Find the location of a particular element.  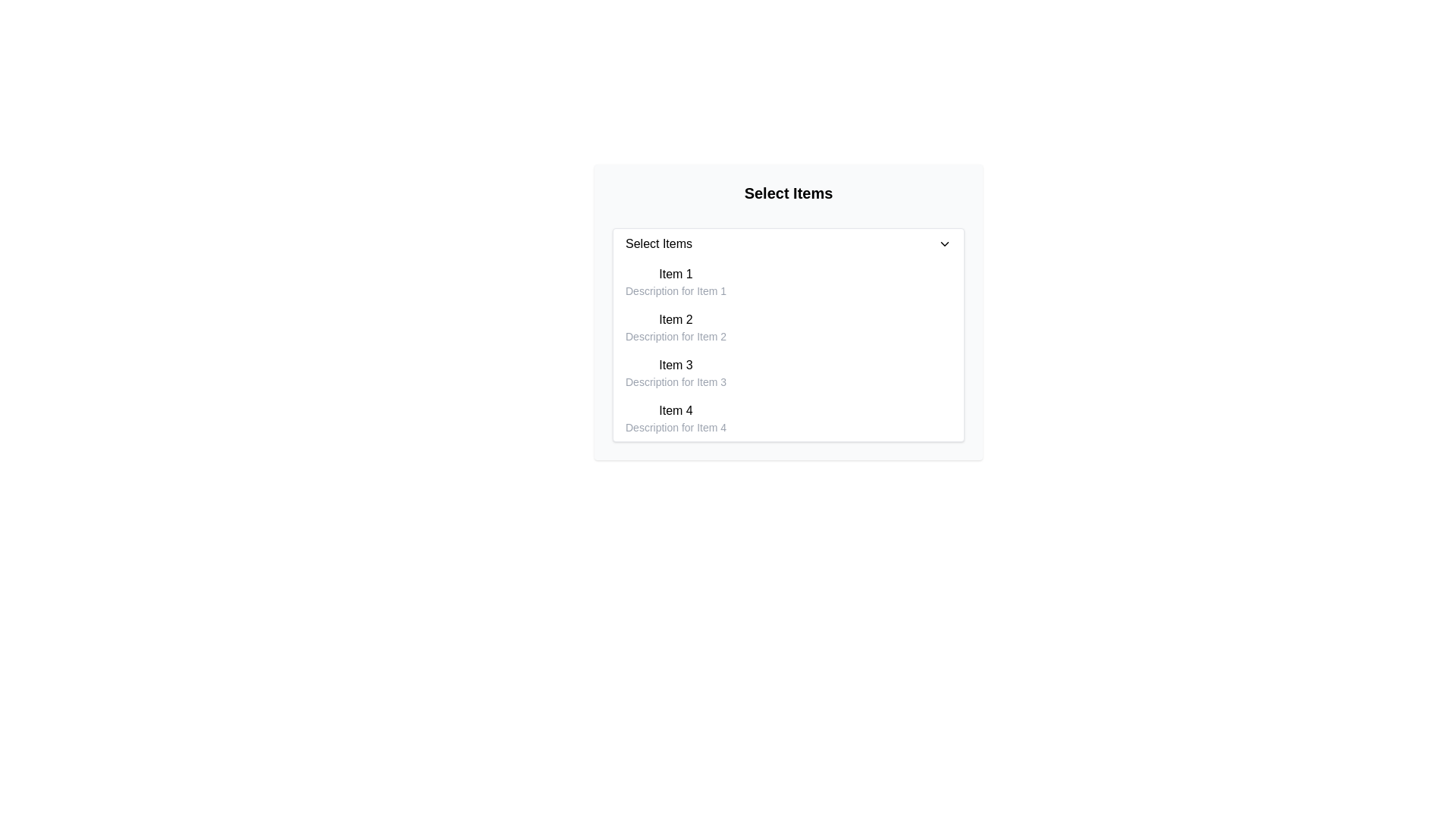

the fourth item in the dropdown menu that represents the selectable option 'Item 4' is located at coordinates (675, 418).